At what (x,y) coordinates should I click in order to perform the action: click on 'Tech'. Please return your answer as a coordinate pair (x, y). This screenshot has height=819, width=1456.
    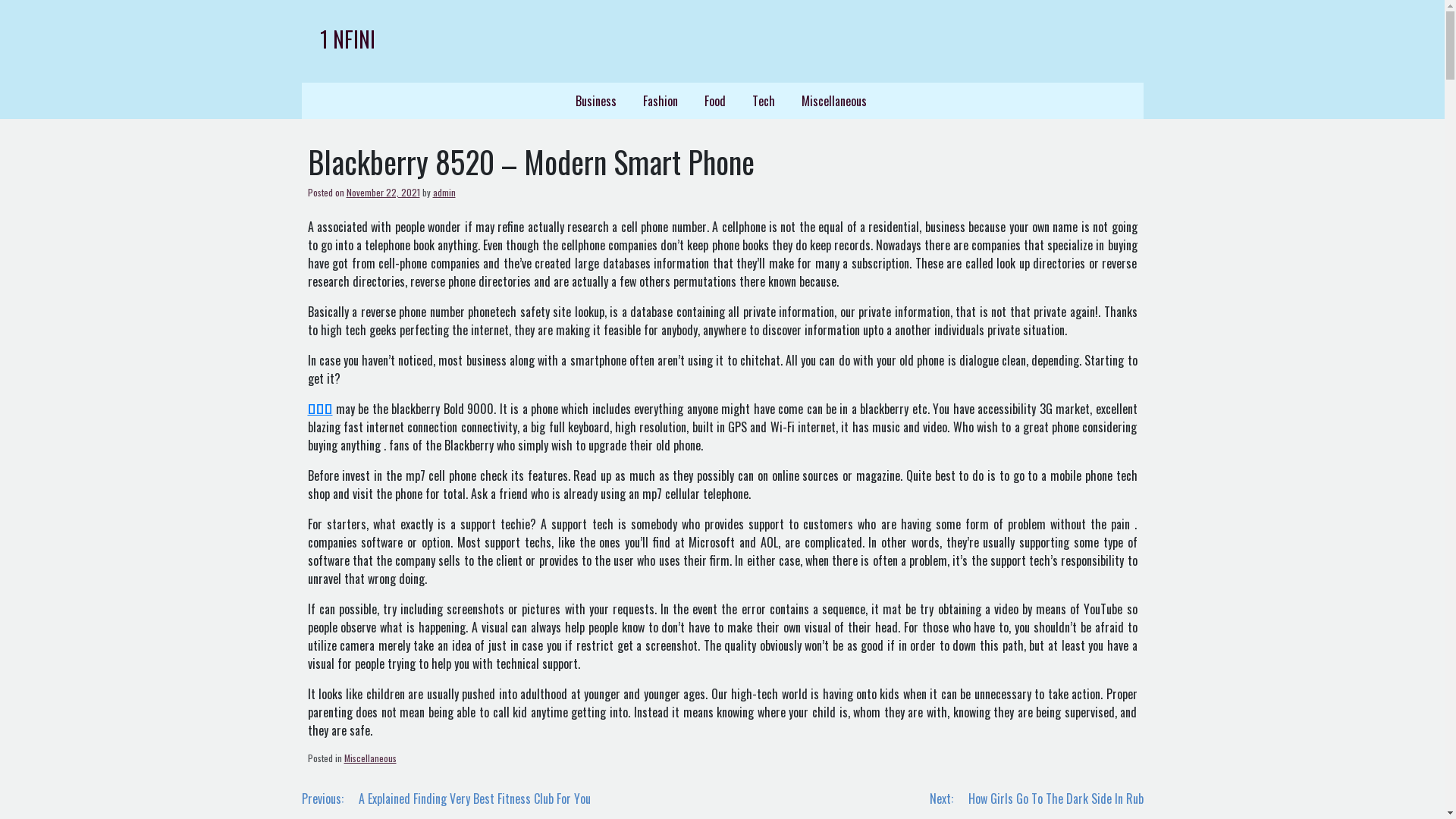
    Looking at the image, I should click on (739, 100).